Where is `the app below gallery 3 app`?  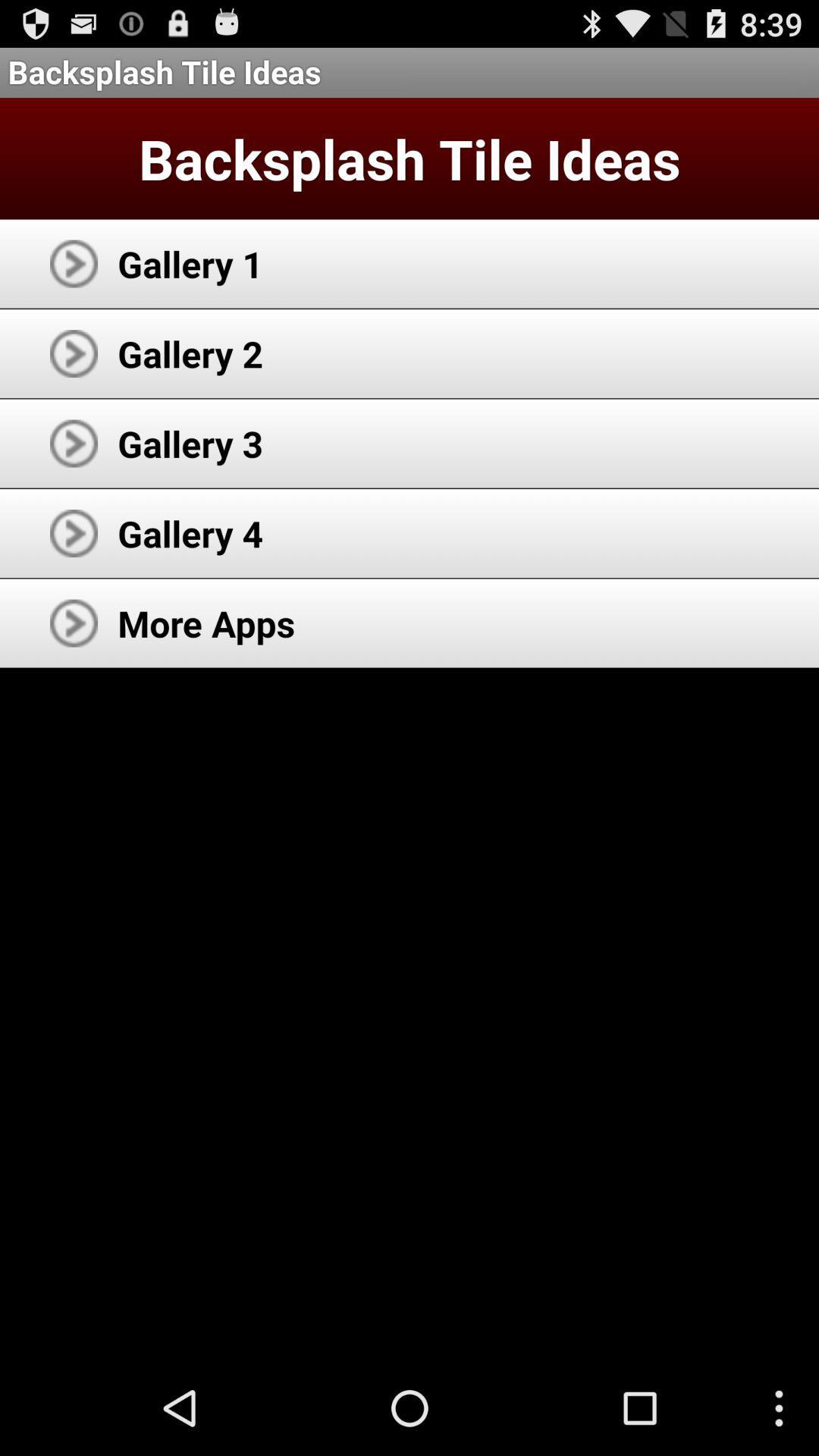
the app below gallery 3 app is located at coordinates (190, 533).